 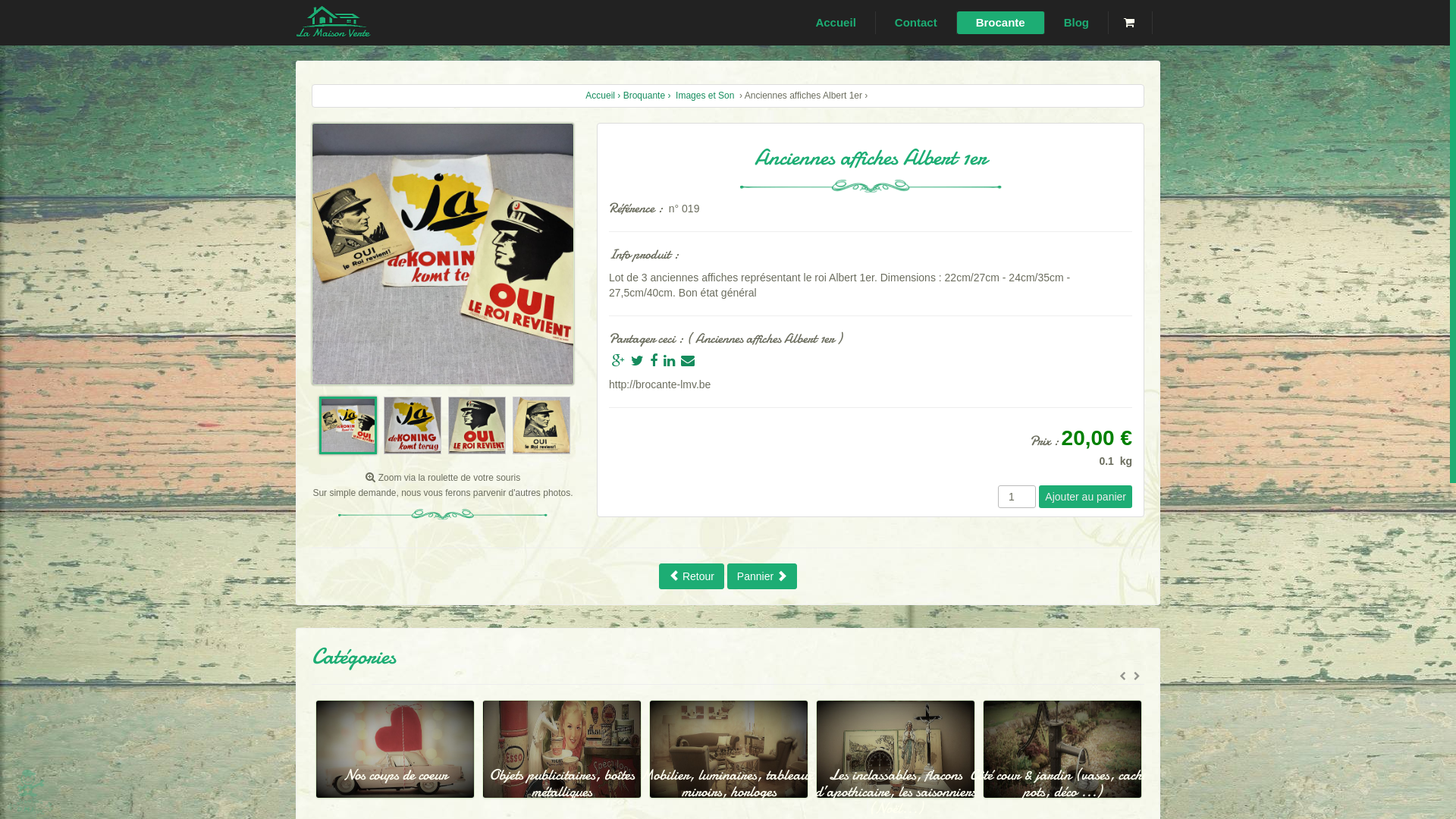 I want to click on 'Image 4', so click(x=541, y=425).